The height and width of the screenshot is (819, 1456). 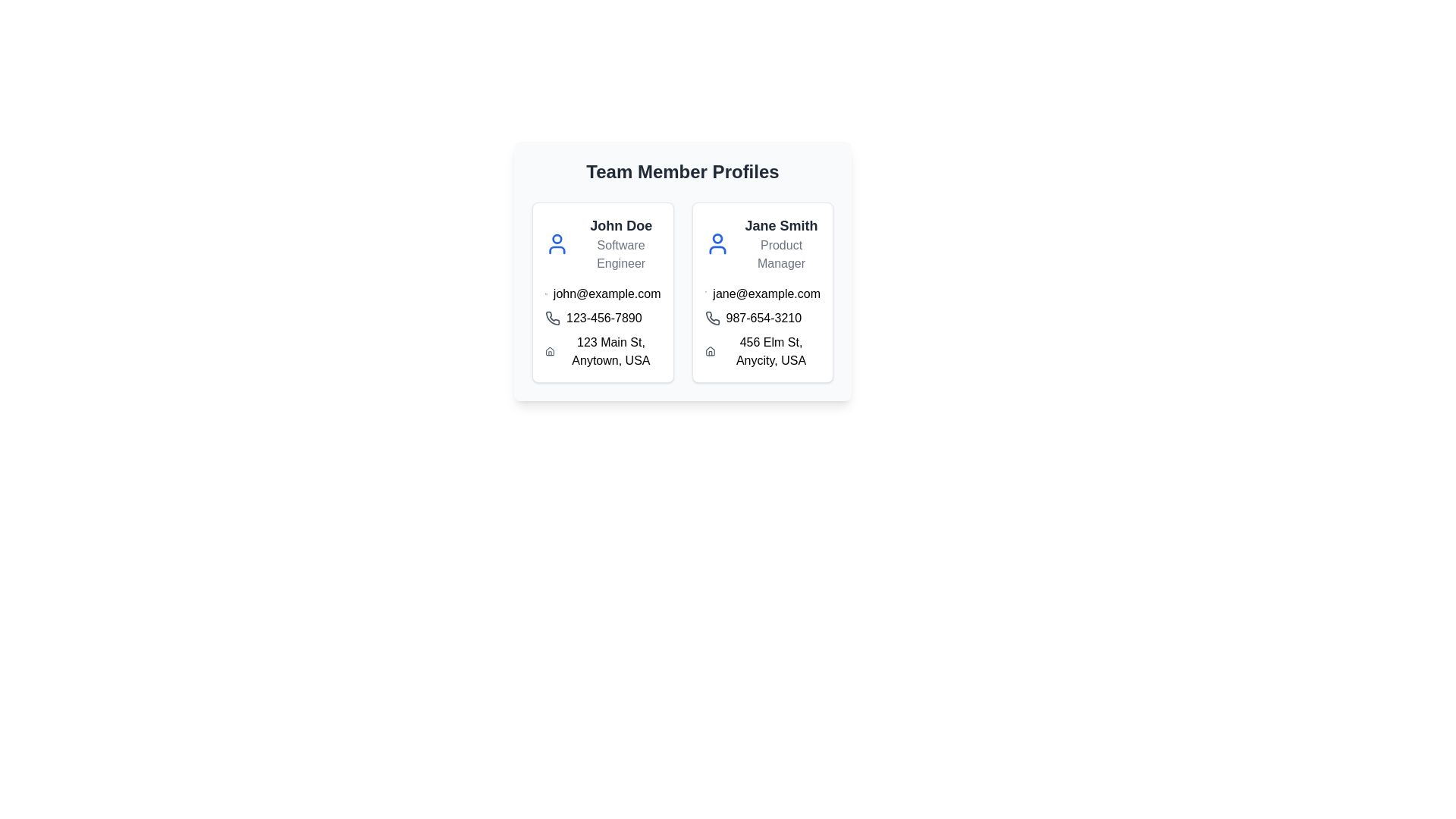 I want to click on the lower part of a human figure illustration represented by a blue outline in the second profile card, located directly above the text 'Jane Smith', so click(x=717, y=249).